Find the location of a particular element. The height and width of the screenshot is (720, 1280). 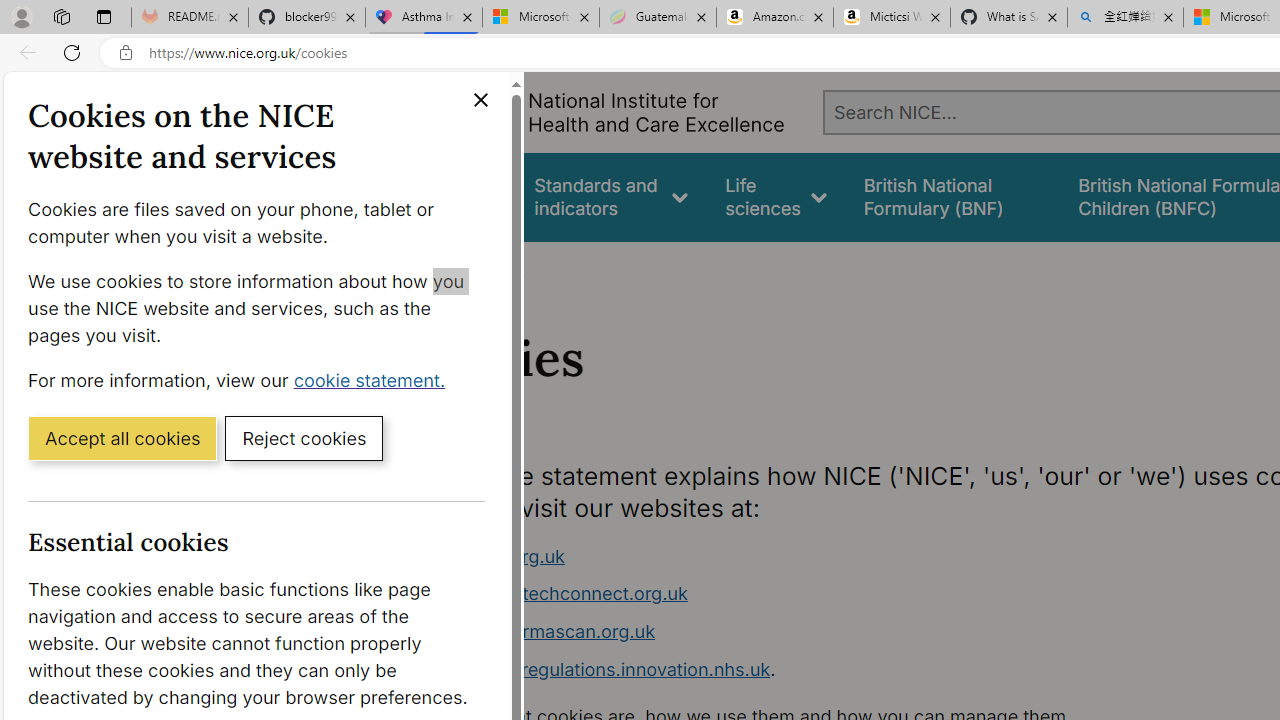

'Microsoft-Report a Concern to Bing' is located at coordinates (540, 17).